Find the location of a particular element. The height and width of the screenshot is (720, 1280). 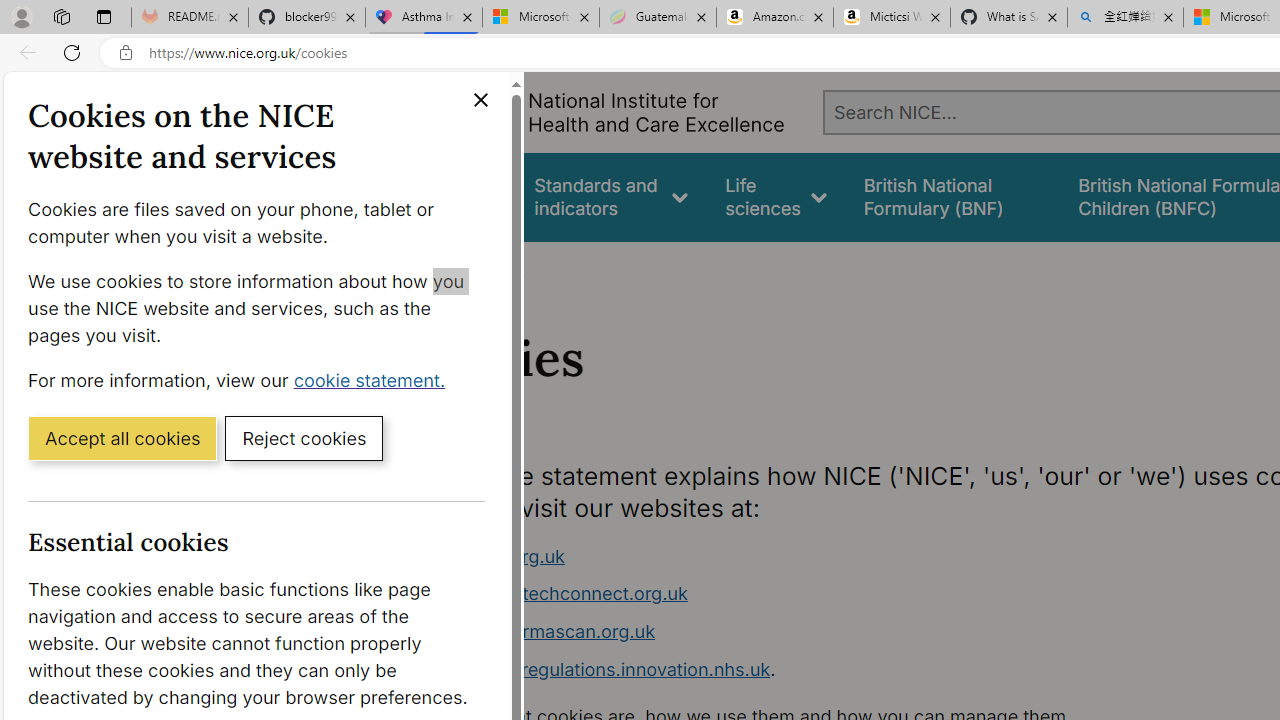

'Microsoft-Report a Concern to Bing' is located at coordinates (540, 17).